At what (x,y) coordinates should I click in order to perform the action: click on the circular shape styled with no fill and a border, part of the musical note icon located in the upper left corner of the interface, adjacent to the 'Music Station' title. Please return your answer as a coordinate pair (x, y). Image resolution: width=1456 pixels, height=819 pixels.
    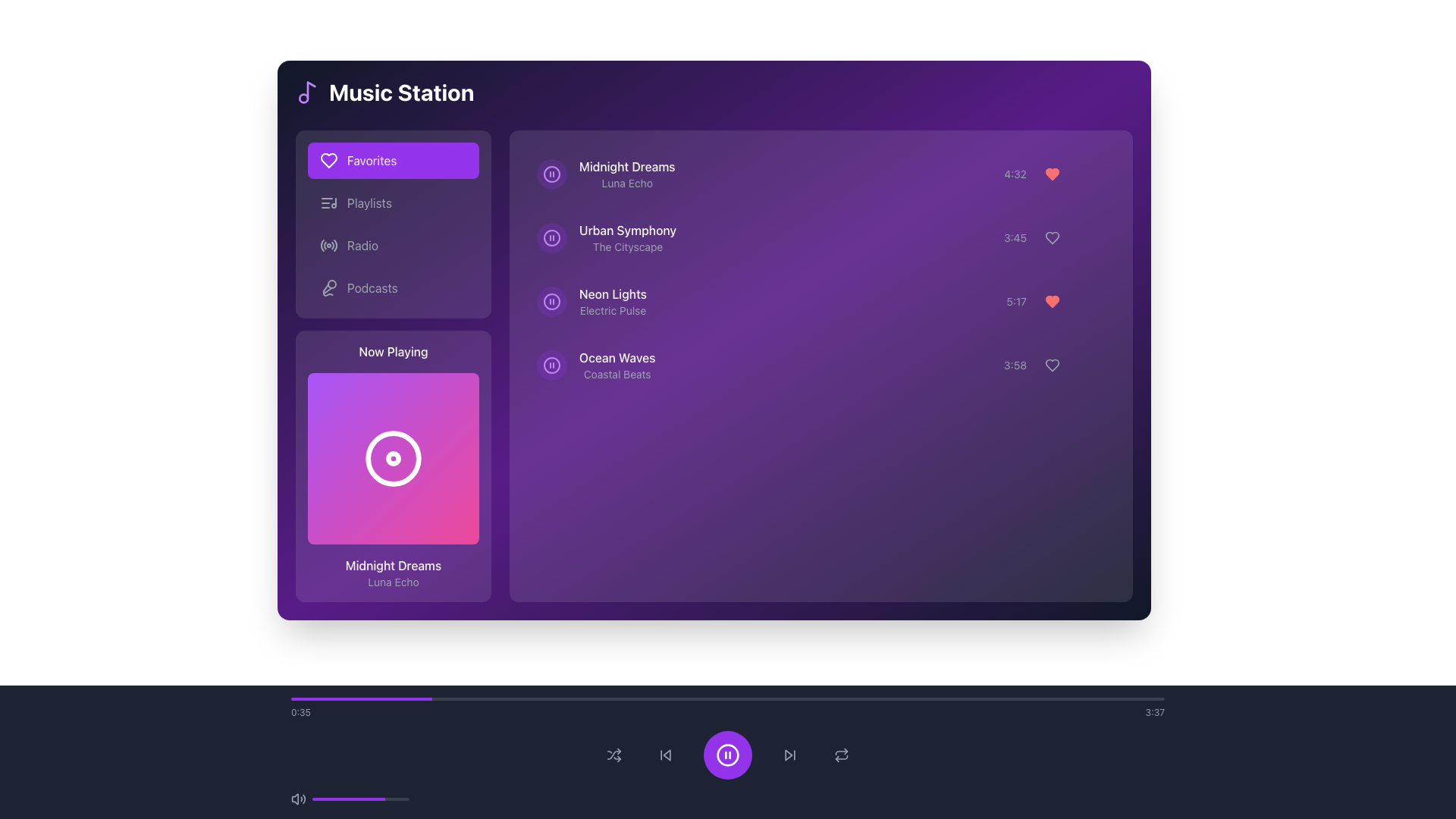
    Looking at the image, I should click on (303, 99).